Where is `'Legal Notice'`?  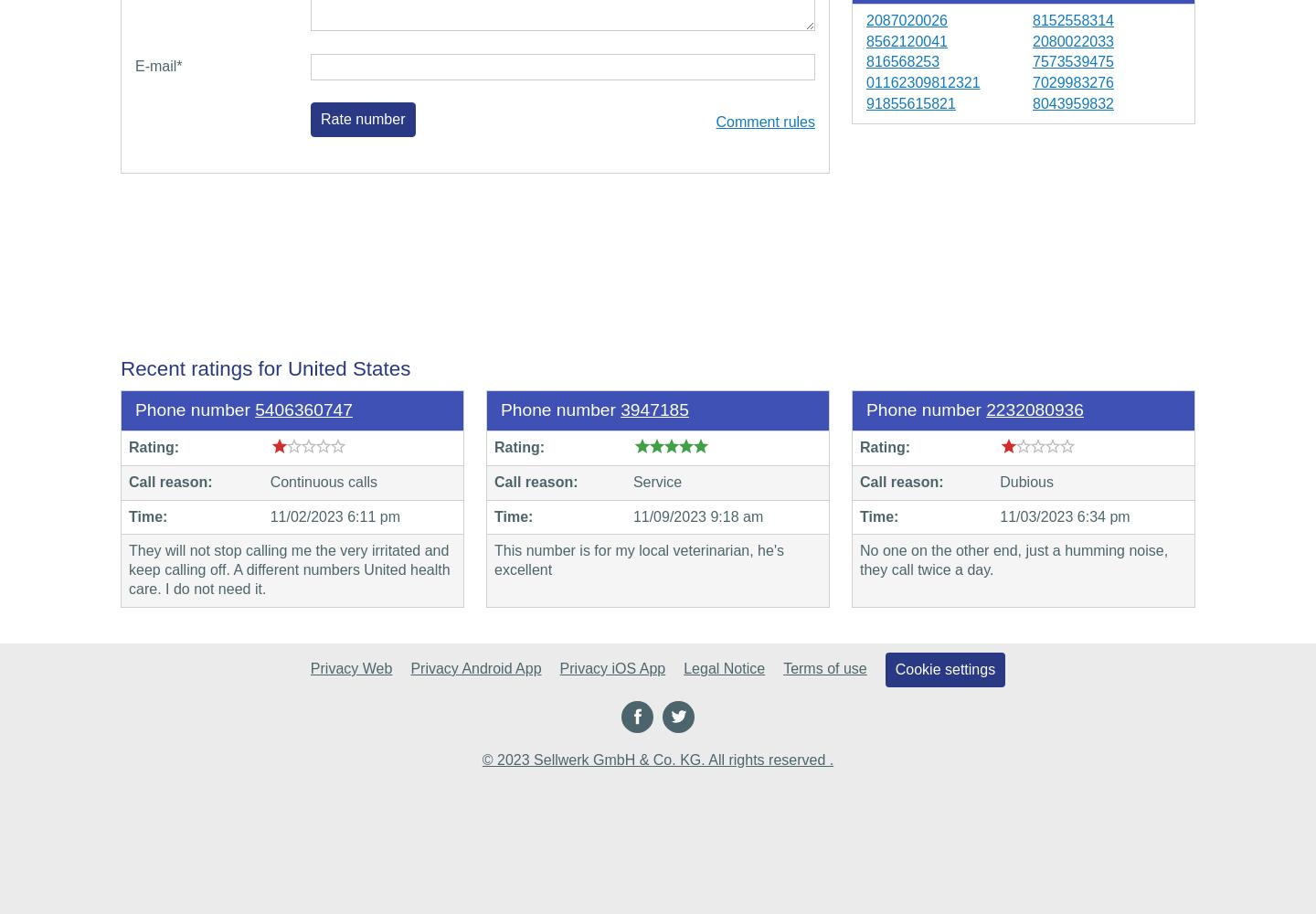 'Legal Notice' is located at coordinates (724, 667).